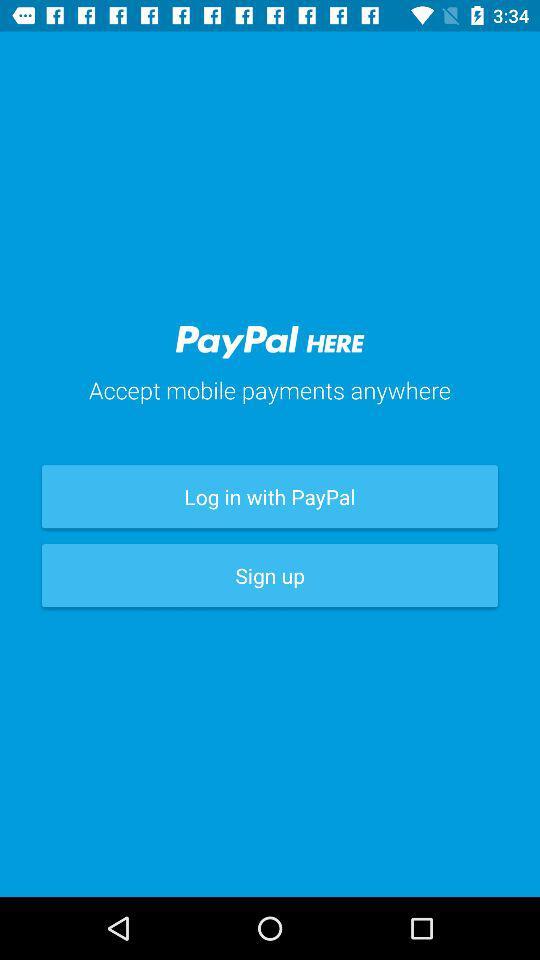  I want to click on the item below accept mobile payments, so click(270, 495).